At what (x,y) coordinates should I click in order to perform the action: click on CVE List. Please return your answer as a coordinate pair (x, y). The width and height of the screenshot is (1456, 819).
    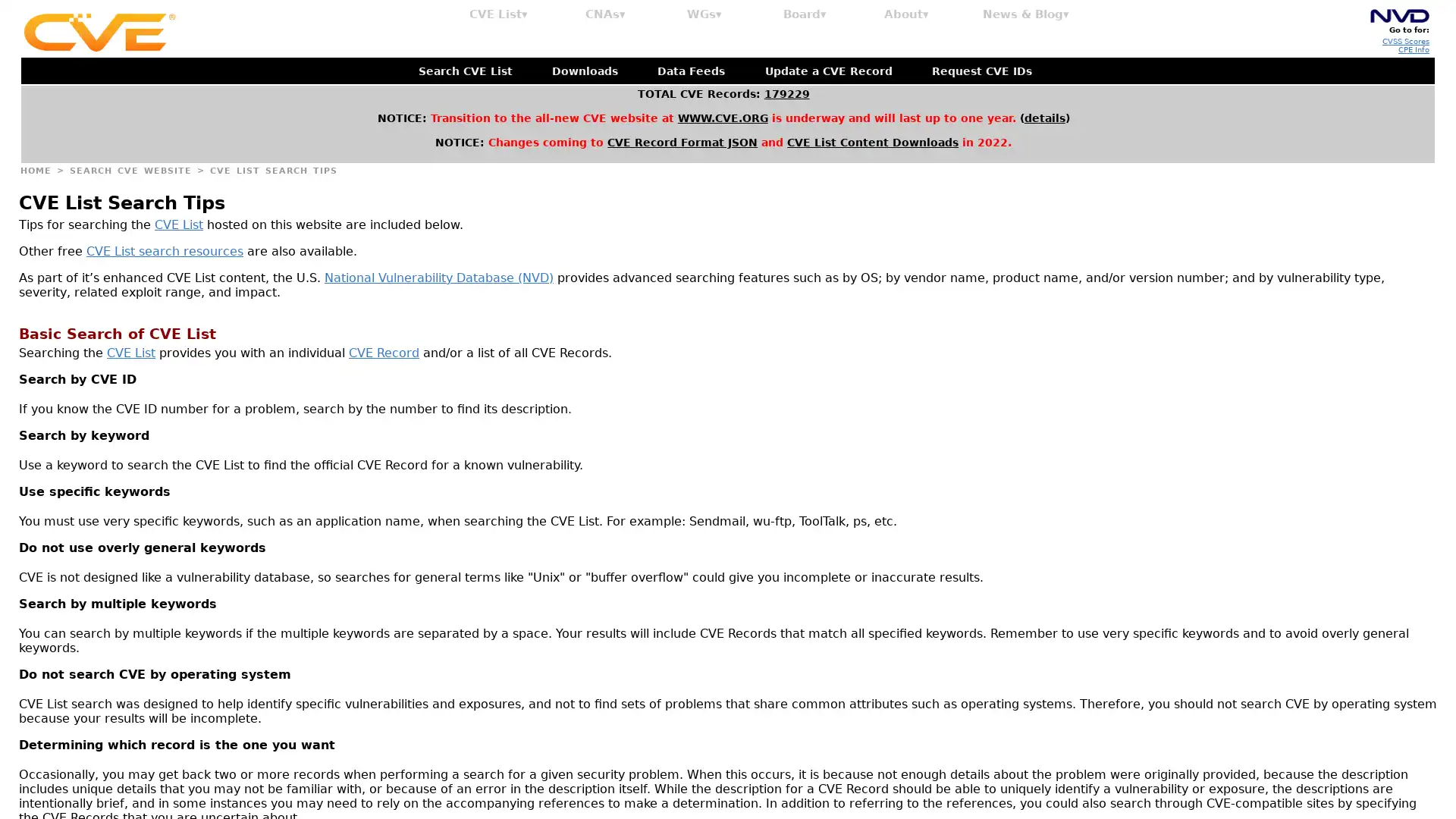
    Looking at the image, I should click on (498, 14).